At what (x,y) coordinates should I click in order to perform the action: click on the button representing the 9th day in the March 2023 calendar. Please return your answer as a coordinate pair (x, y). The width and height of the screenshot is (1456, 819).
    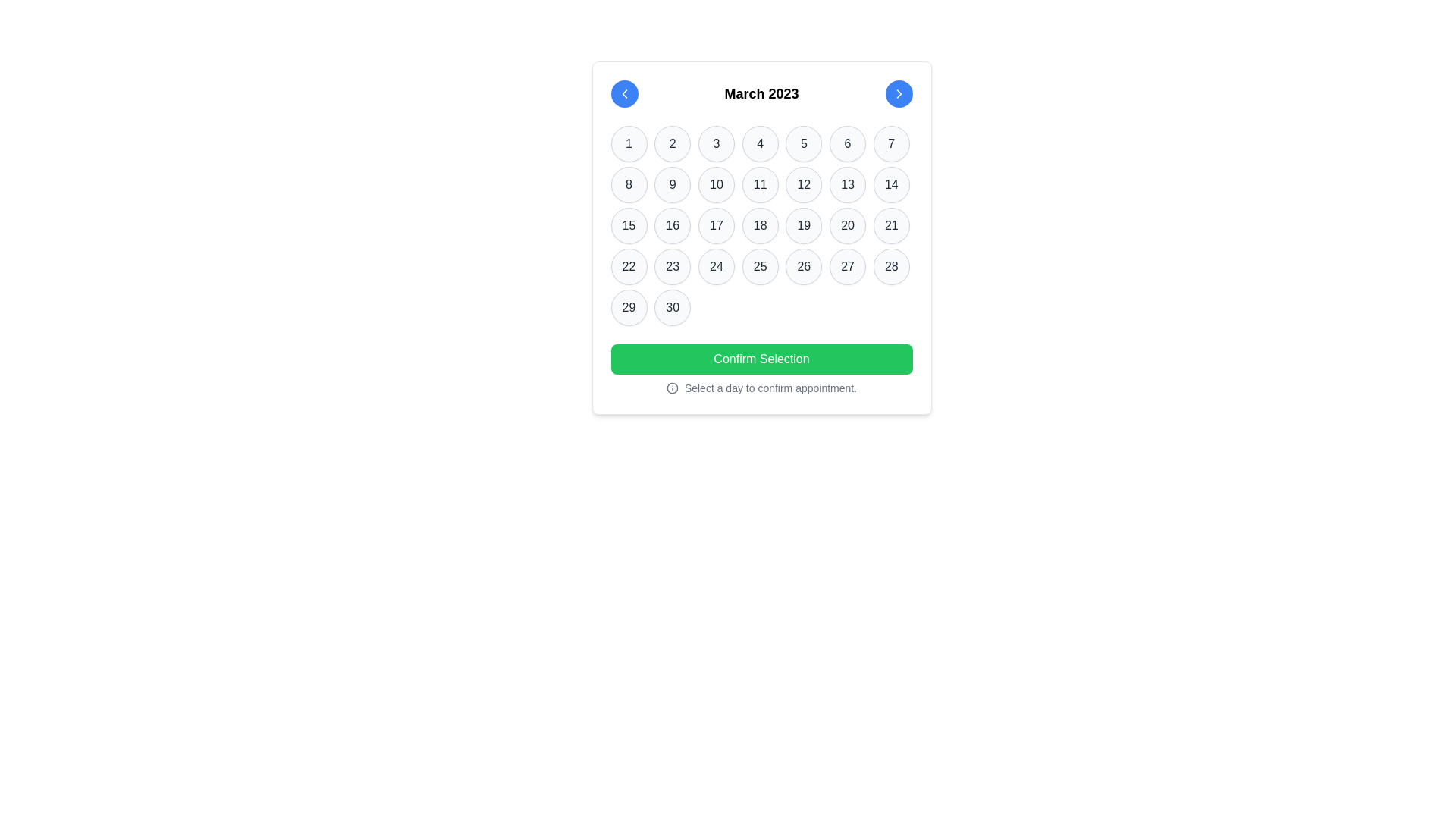
    Looking at the image, I should click on (672, 184).